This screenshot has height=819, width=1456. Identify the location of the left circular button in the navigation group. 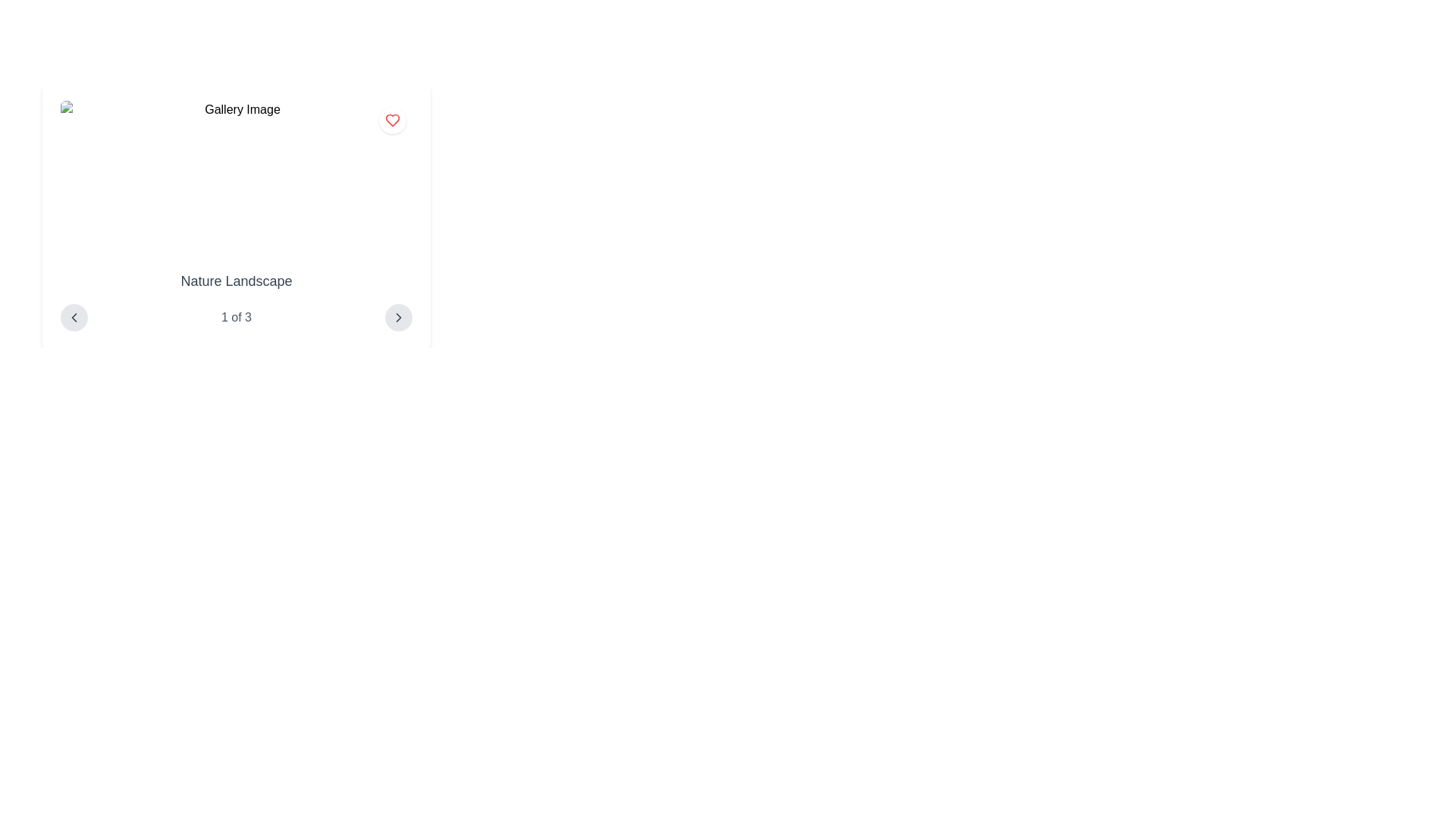
(73, 317).